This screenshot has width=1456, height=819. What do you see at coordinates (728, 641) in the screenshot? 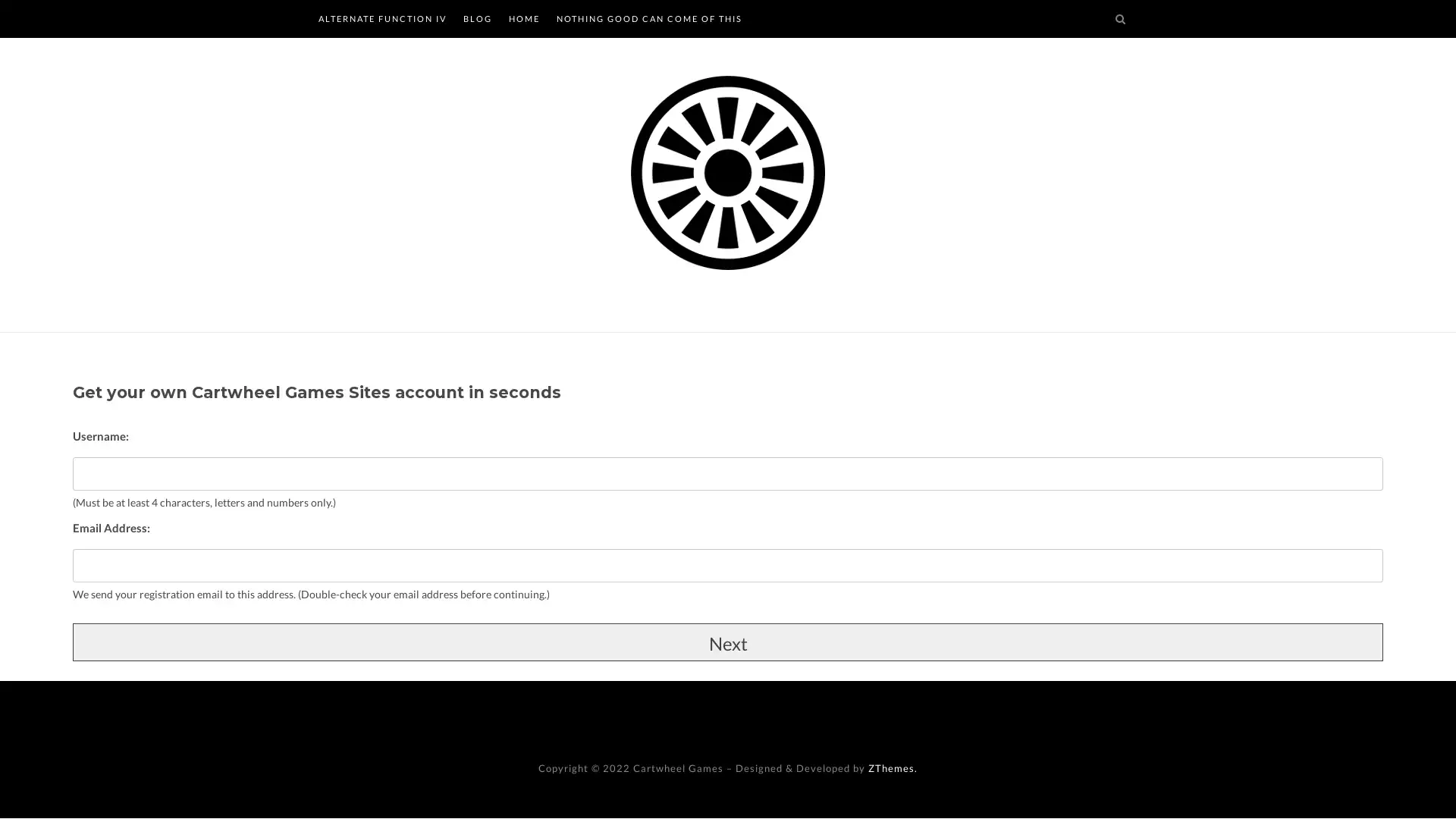
I see `Next` at bounding box center [728, 641].